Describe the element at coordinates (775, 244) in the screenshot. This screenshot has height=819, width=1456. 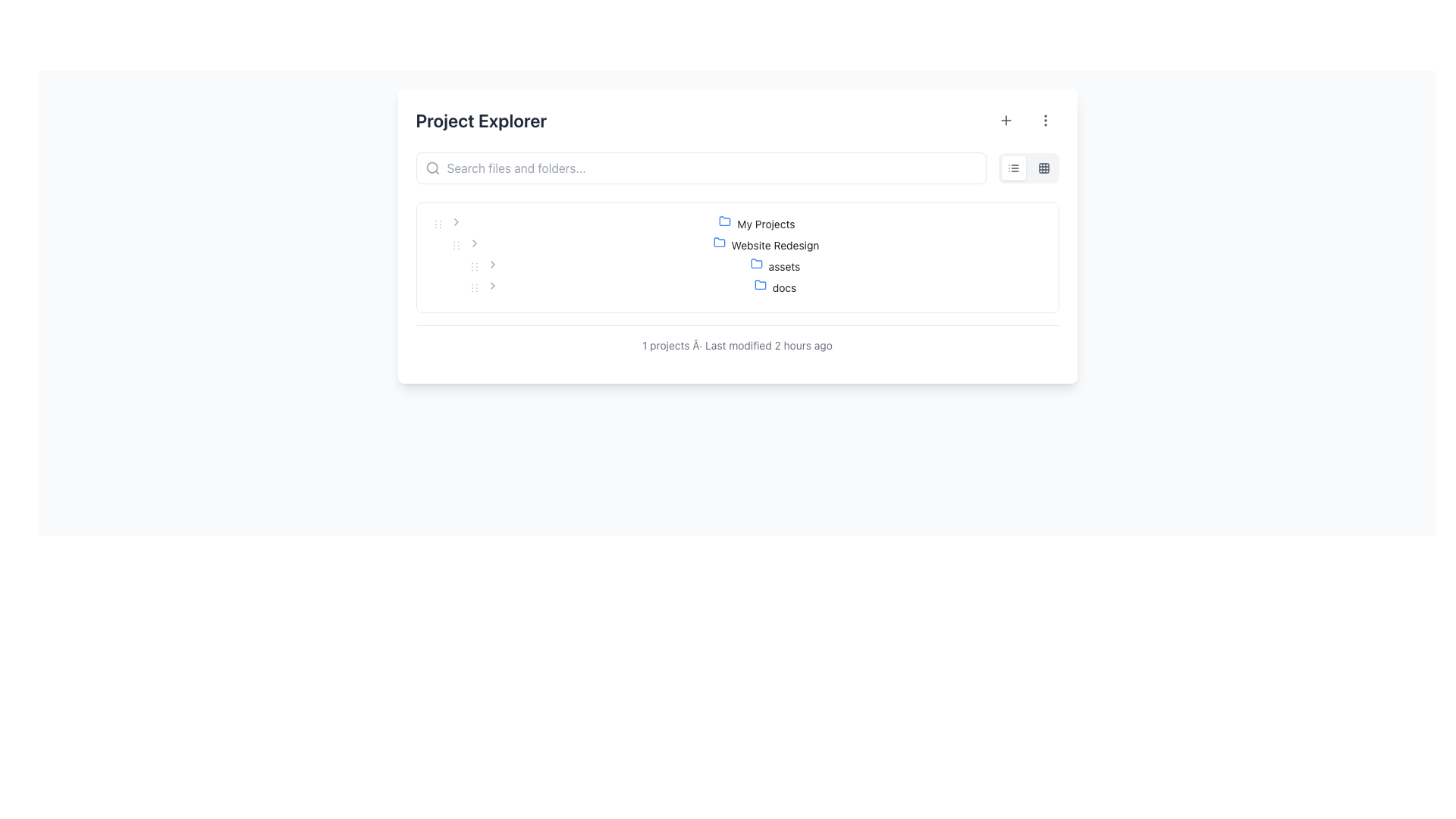
I see `the text label for the 'Website Redesign' folder in the project explorer` at that location.